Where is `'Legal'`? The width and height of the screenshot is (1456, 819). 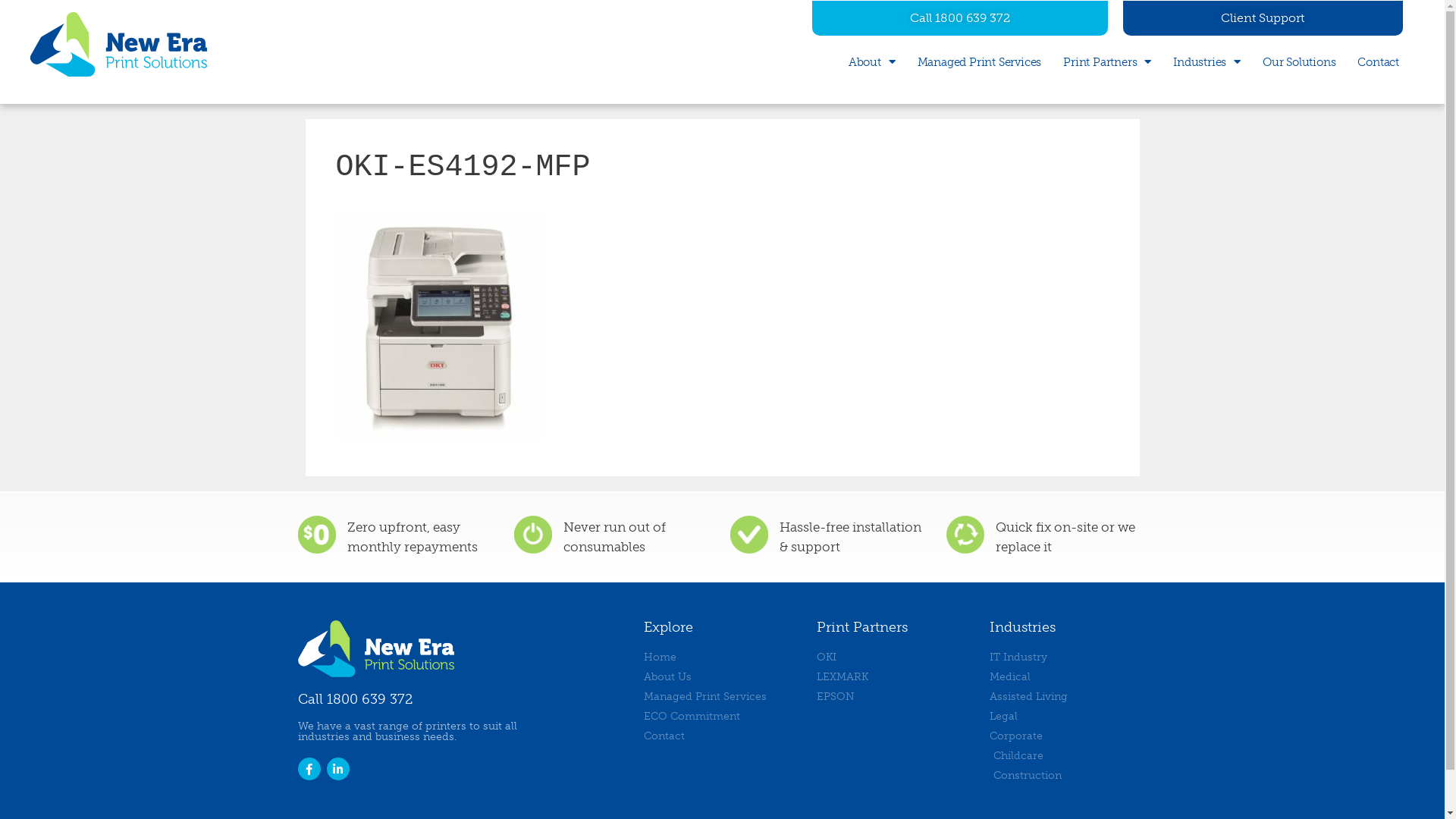 'Legal' is located at coordinates (989, 716).